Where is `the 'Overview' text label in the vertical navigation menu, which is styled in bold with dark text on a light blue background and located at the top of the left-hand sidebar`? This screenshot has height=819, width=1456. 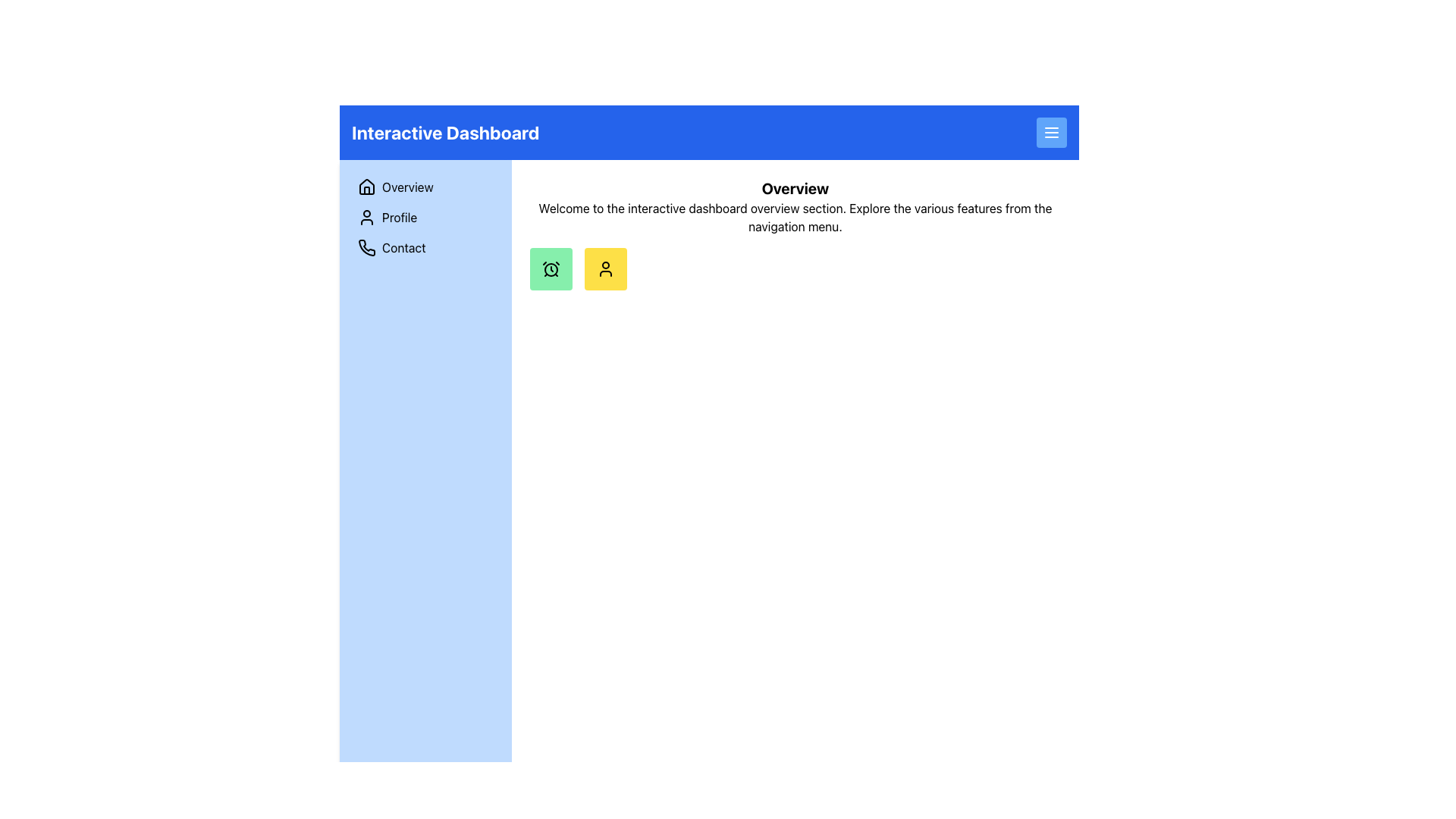 the 'Overview' text label in the vertical navigation menu, which is styled in bold with dark text on a light blue background and located at the top of the left-hand sidebar is located at coordinates (407, 186).